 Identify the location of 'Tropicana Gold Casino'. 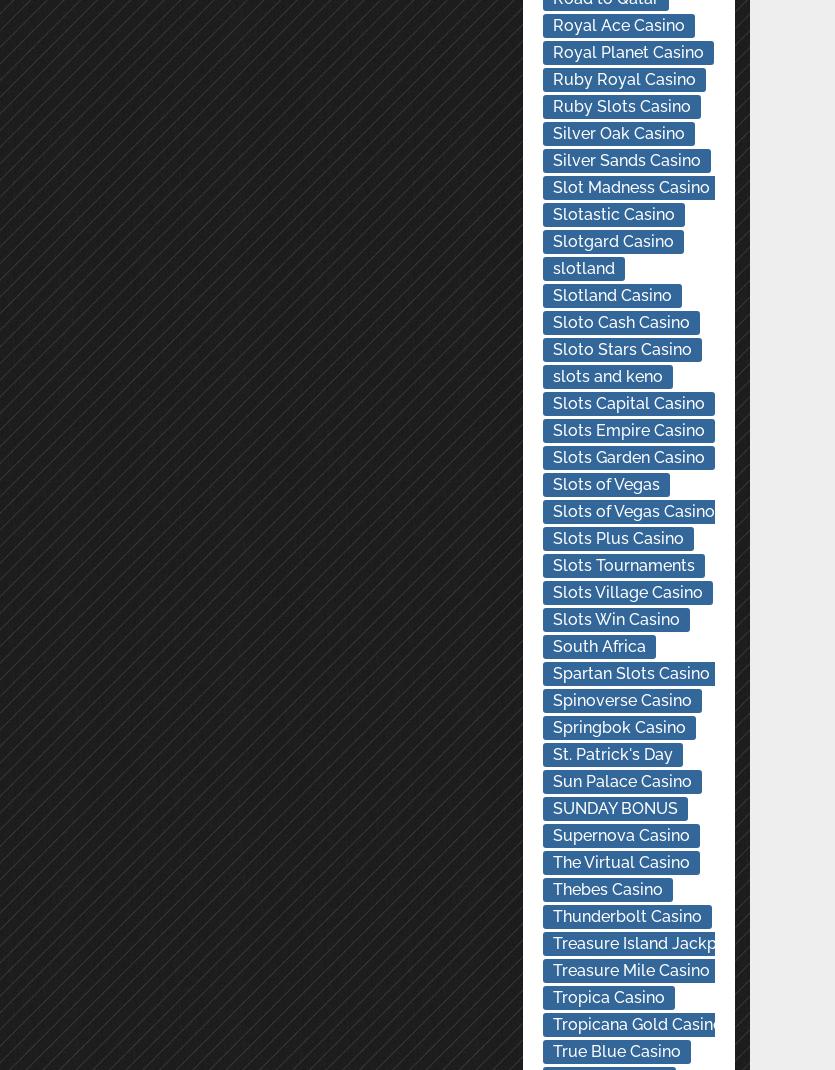
(552, 1024).